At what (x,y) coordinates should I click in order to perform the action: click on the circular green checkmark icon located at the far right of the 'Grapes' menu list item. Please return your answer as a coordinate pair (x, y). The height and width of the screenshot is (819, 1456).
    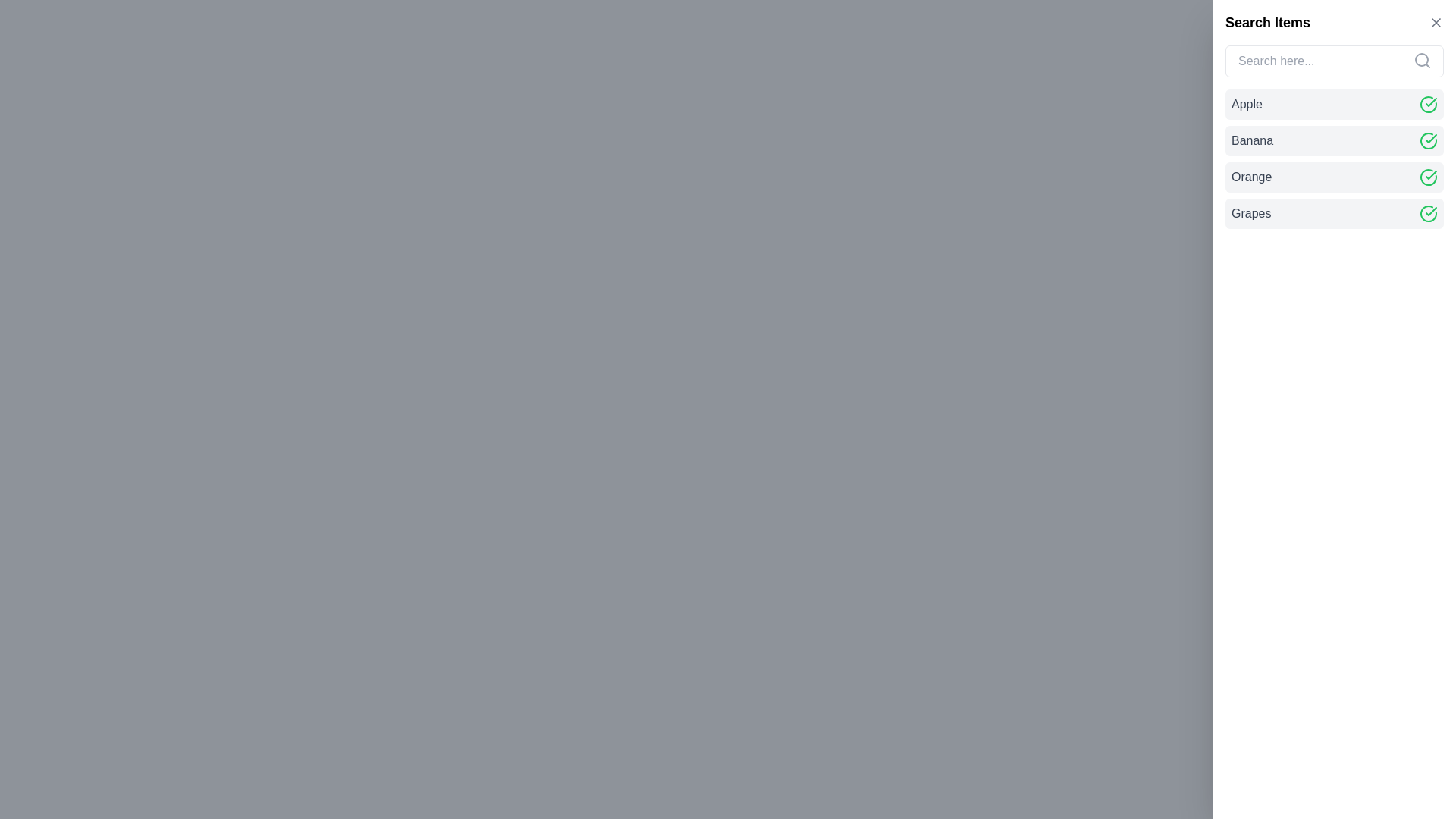
    Looking at the image, I should click on (1427, 213).